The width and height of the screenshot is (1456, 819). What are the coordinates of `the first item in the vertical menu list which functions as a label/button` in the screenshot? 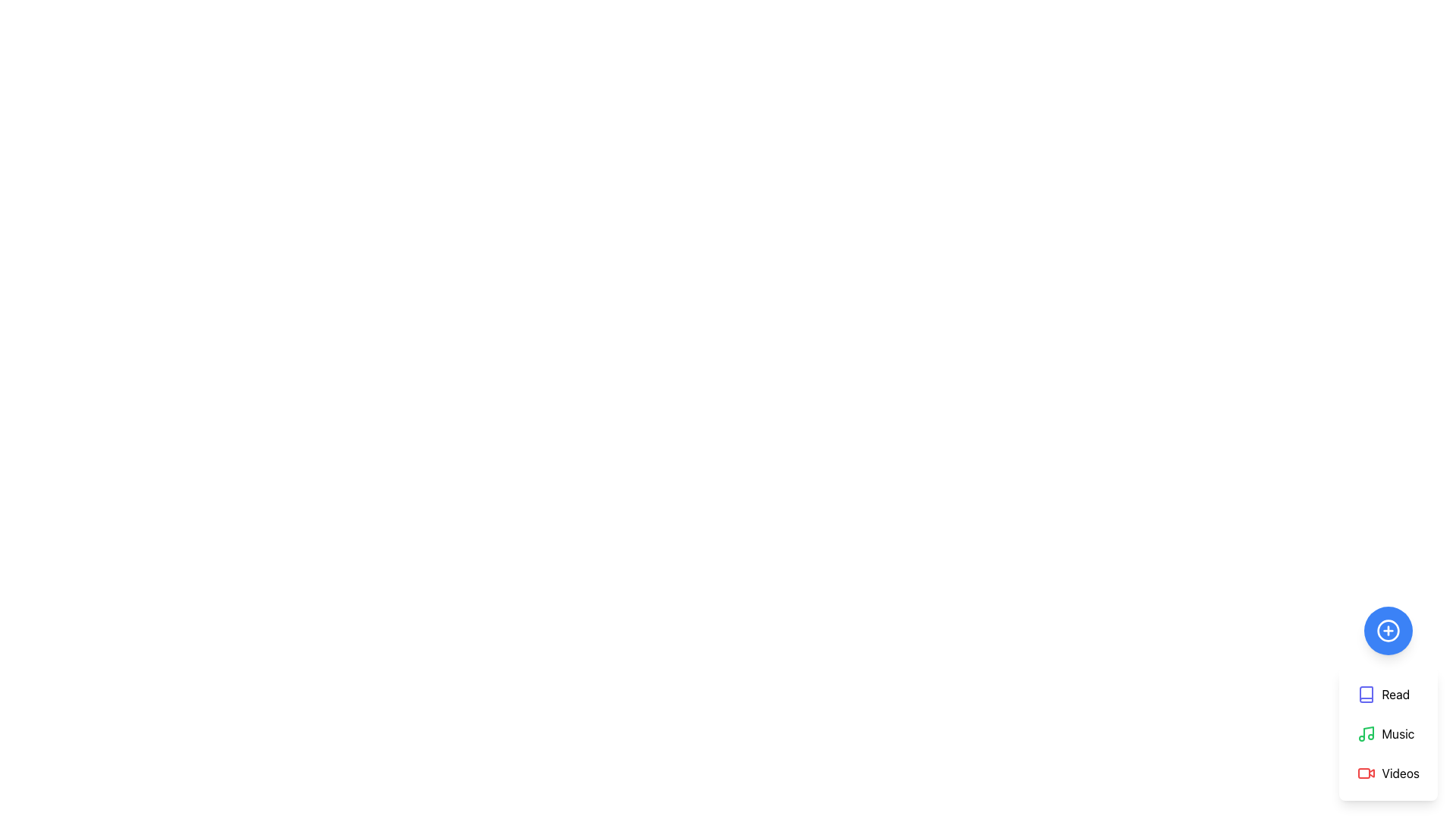 It's located at (1395, 694).